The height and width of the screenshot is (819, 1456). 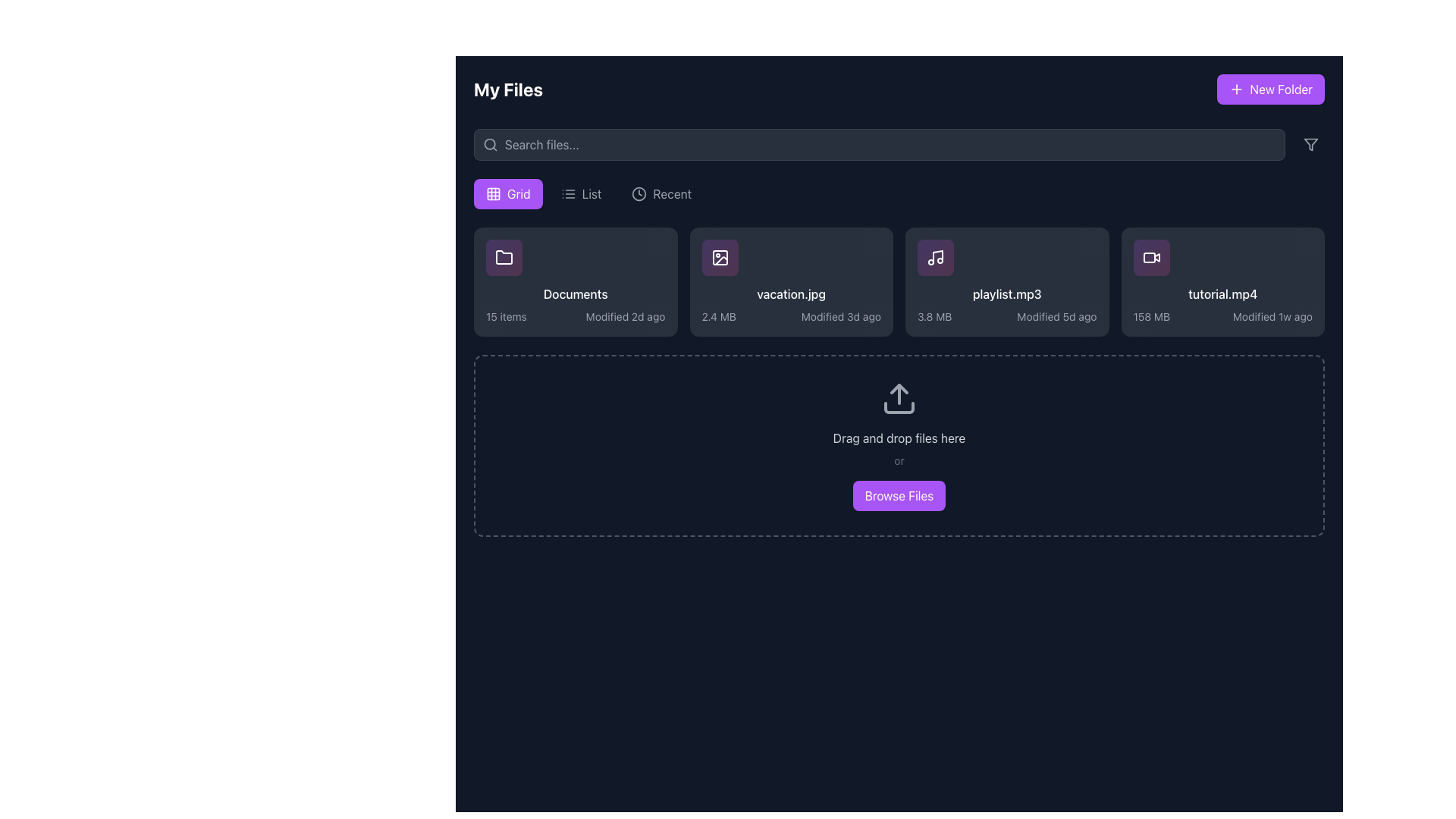 What do you see at coordinates (1056, 315) in the screenshot?
I see `the static text label displaying the last modification information for the file 'playlist.mp3', which reads 'Modified 5d ago' and is styled in subtle gray color, located in the bottom-right corner of the file's representation box` at bounding box center [1056, 315].